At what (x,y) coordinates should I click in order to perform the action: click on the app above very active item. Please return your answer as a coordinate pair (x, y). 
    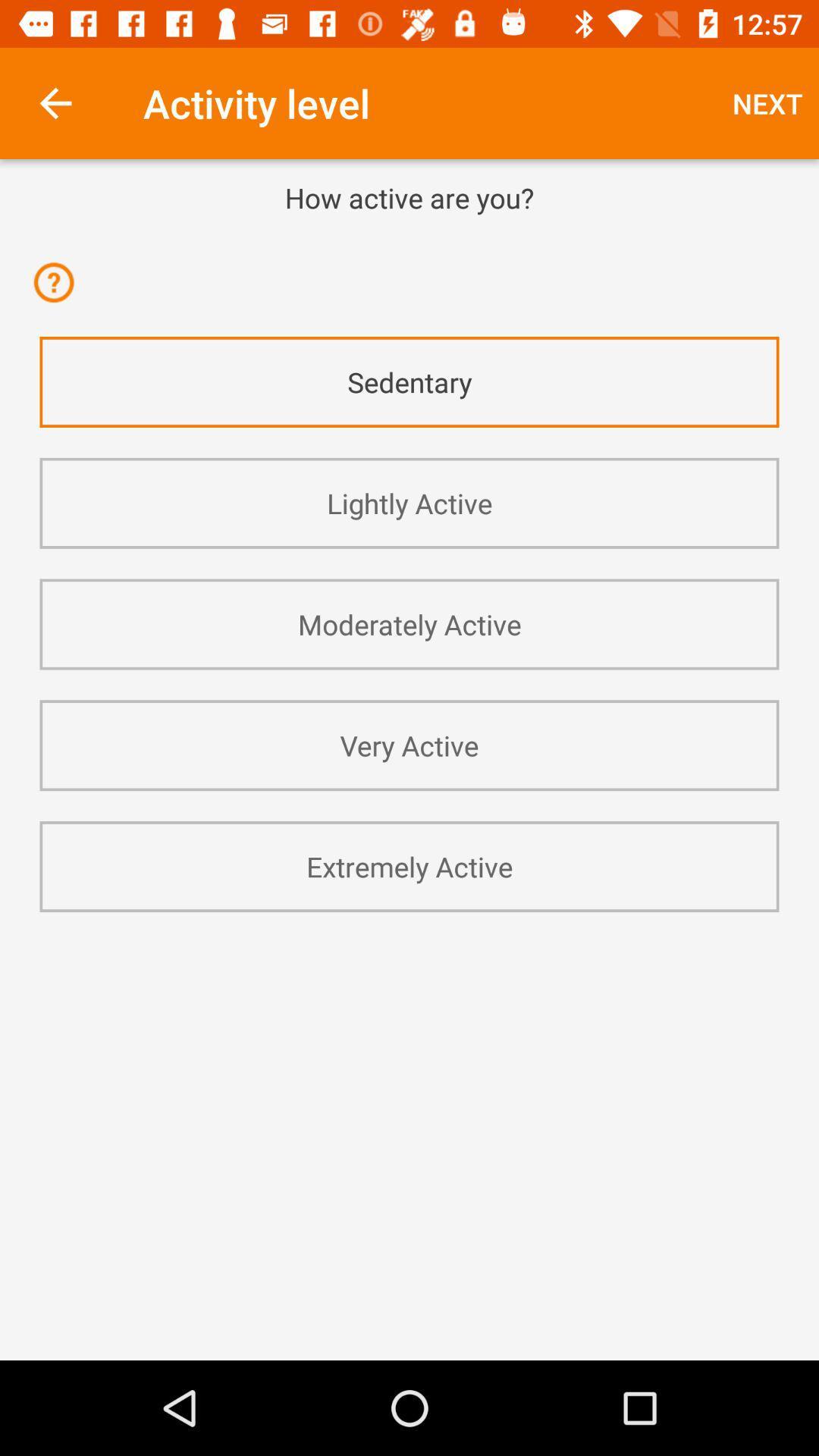
    Looking at the image, I should click on (409, 624).